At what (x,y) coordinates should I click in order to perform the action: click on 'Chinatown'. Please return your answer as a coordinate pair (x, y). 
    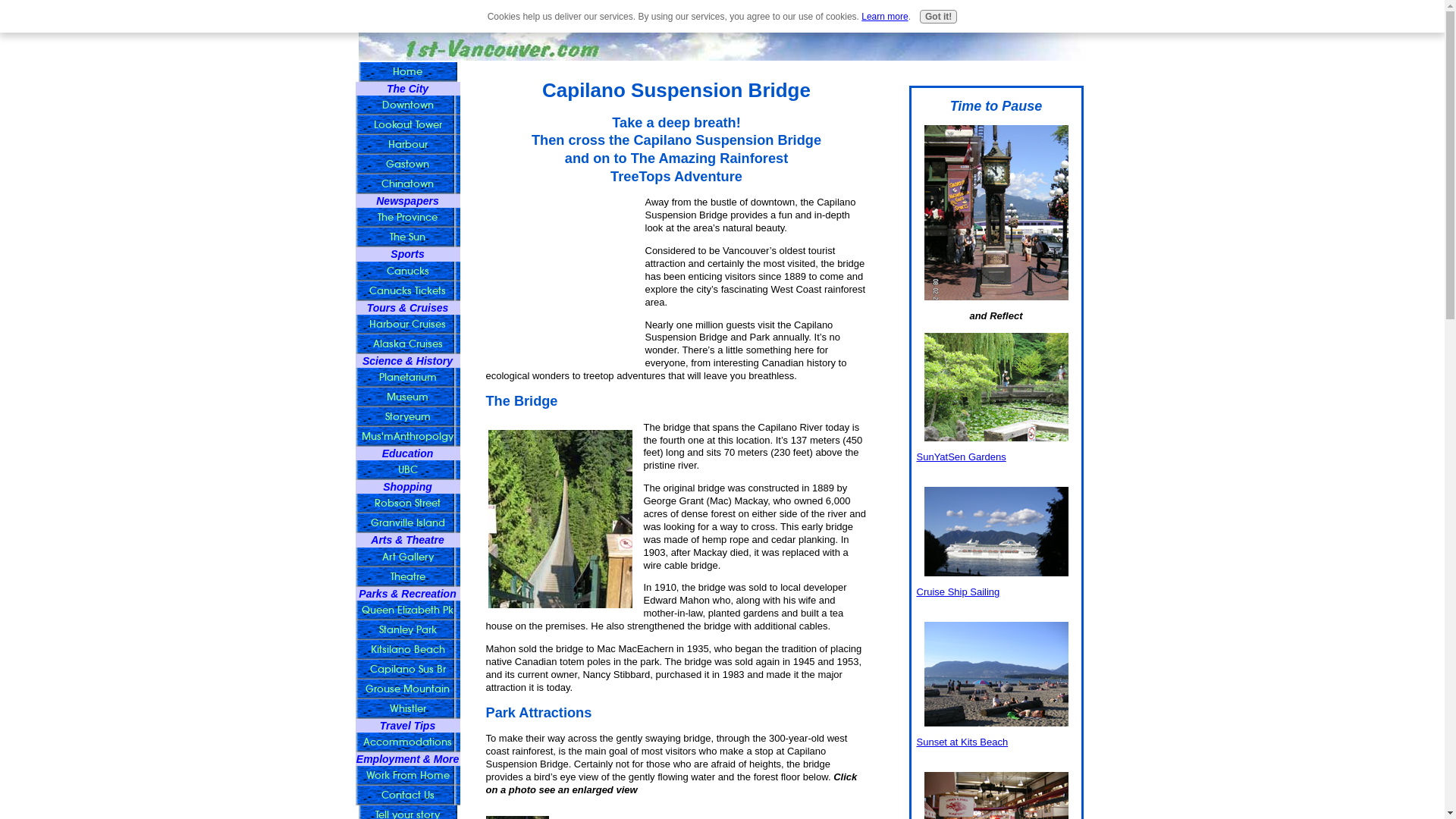
    Looking at the image, I should click on (407, 184).